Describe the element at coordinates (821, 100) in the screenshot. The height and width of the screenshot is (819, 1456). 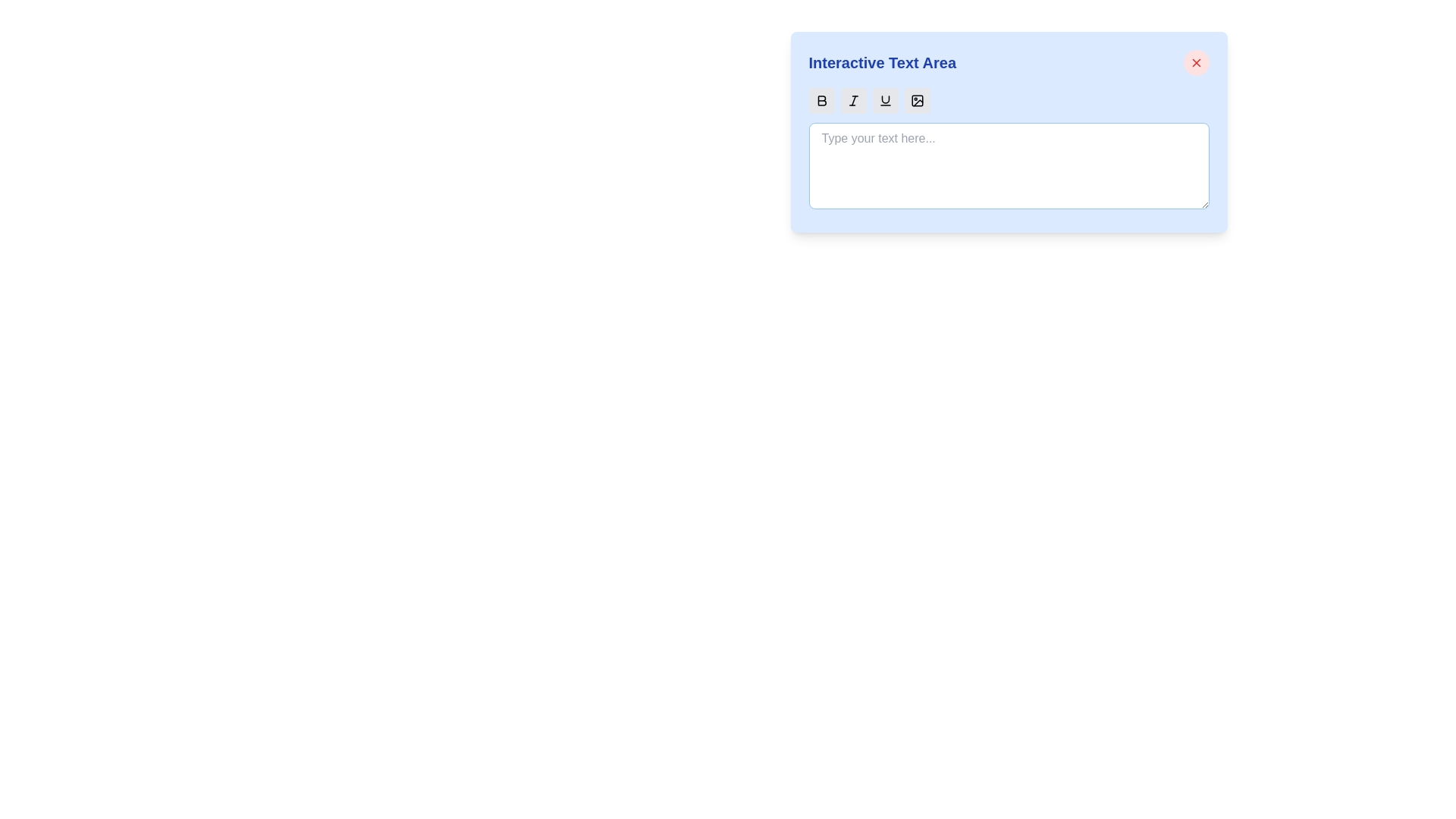
I see `the bold formatting button, which is a rounded square with a light gray background and a bold letter 'B' in black` at that location.